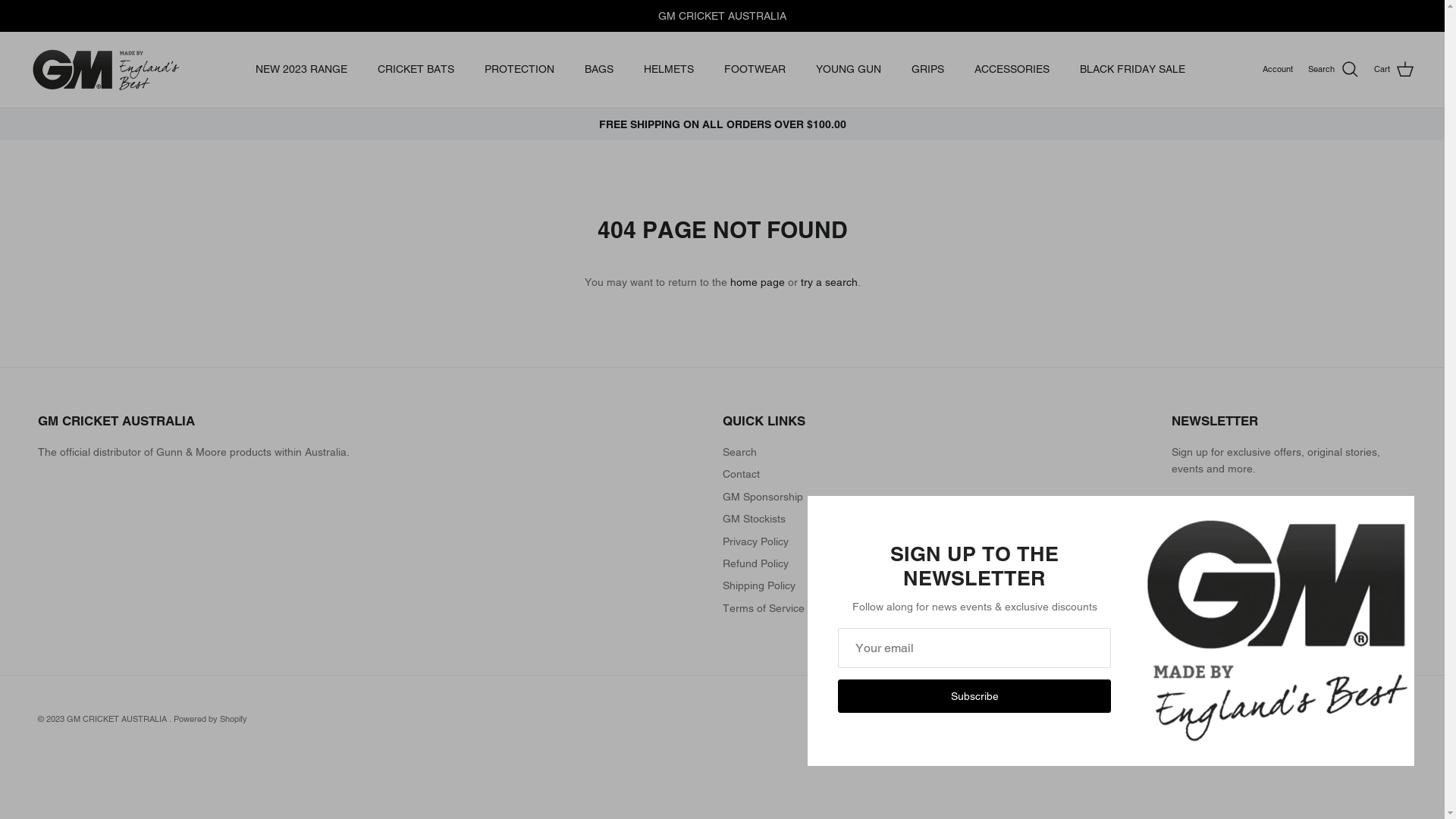 Image resolution: width=1456 pixels, height=819 pixels. Describe the element at coordinates (598, 69) in the screenshot. I see `'BAGS'` at that location.